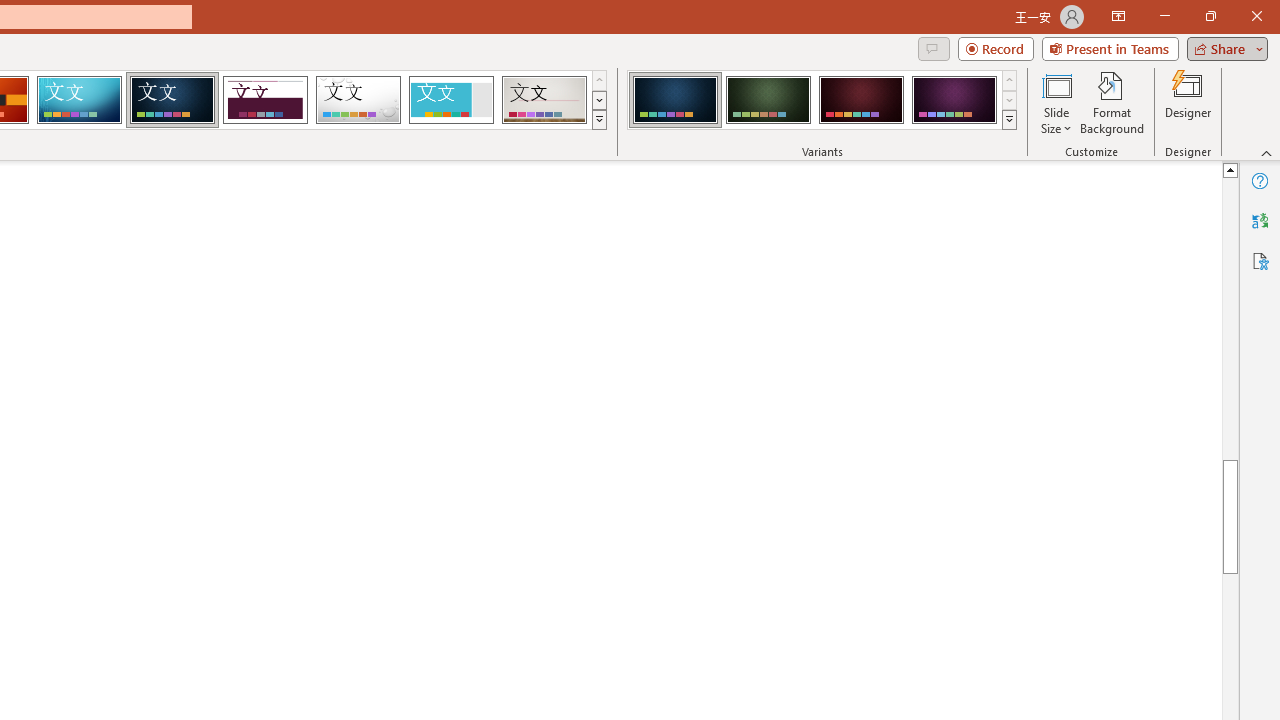  Describe the element at coordinates (675, 100) in the screenshot. I see `'Damask Variant 1'` at that location.